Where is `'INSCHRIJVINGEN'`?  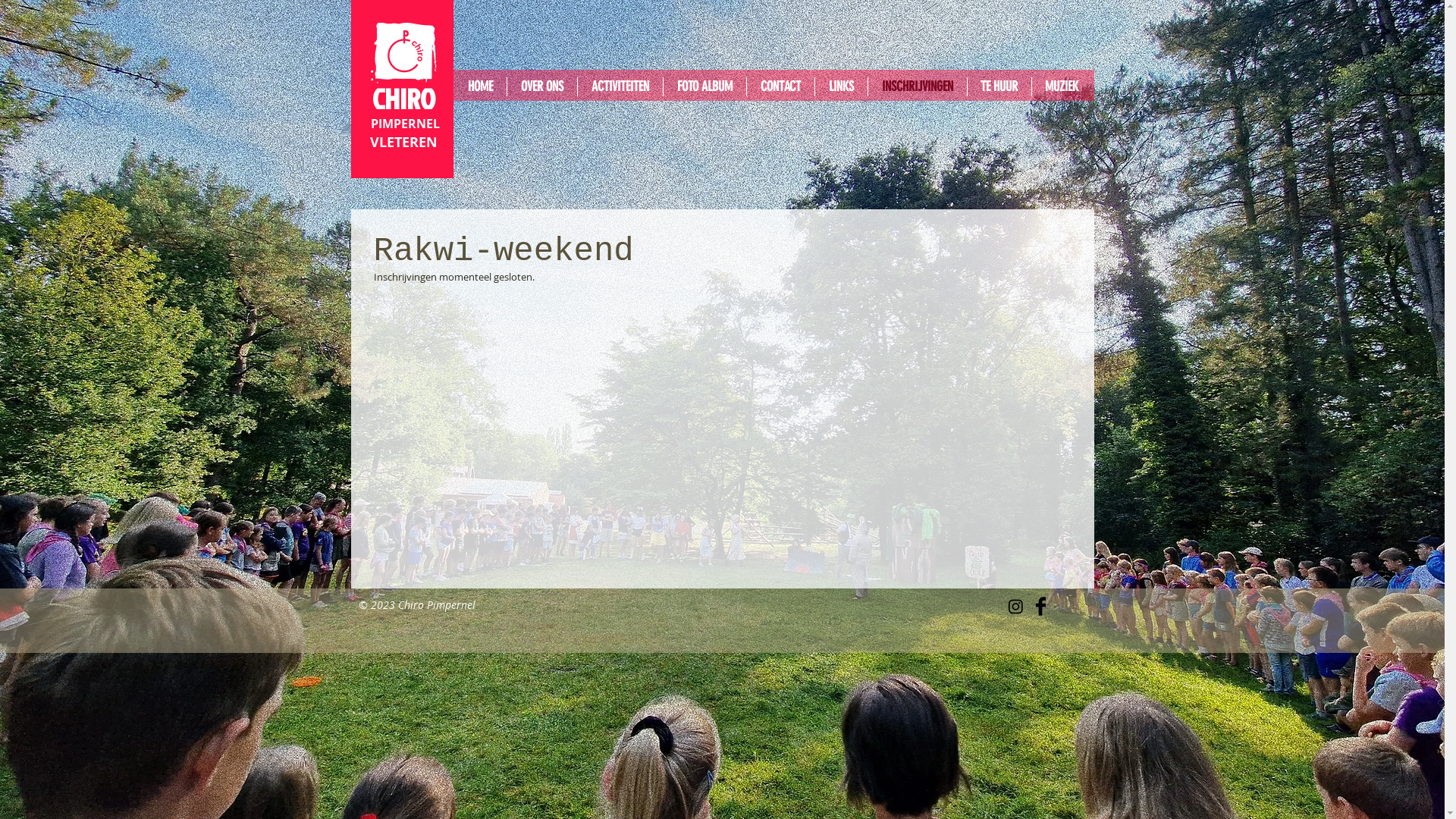
'INSCHRIJVINGEN' is located at coordinates (916, 86).